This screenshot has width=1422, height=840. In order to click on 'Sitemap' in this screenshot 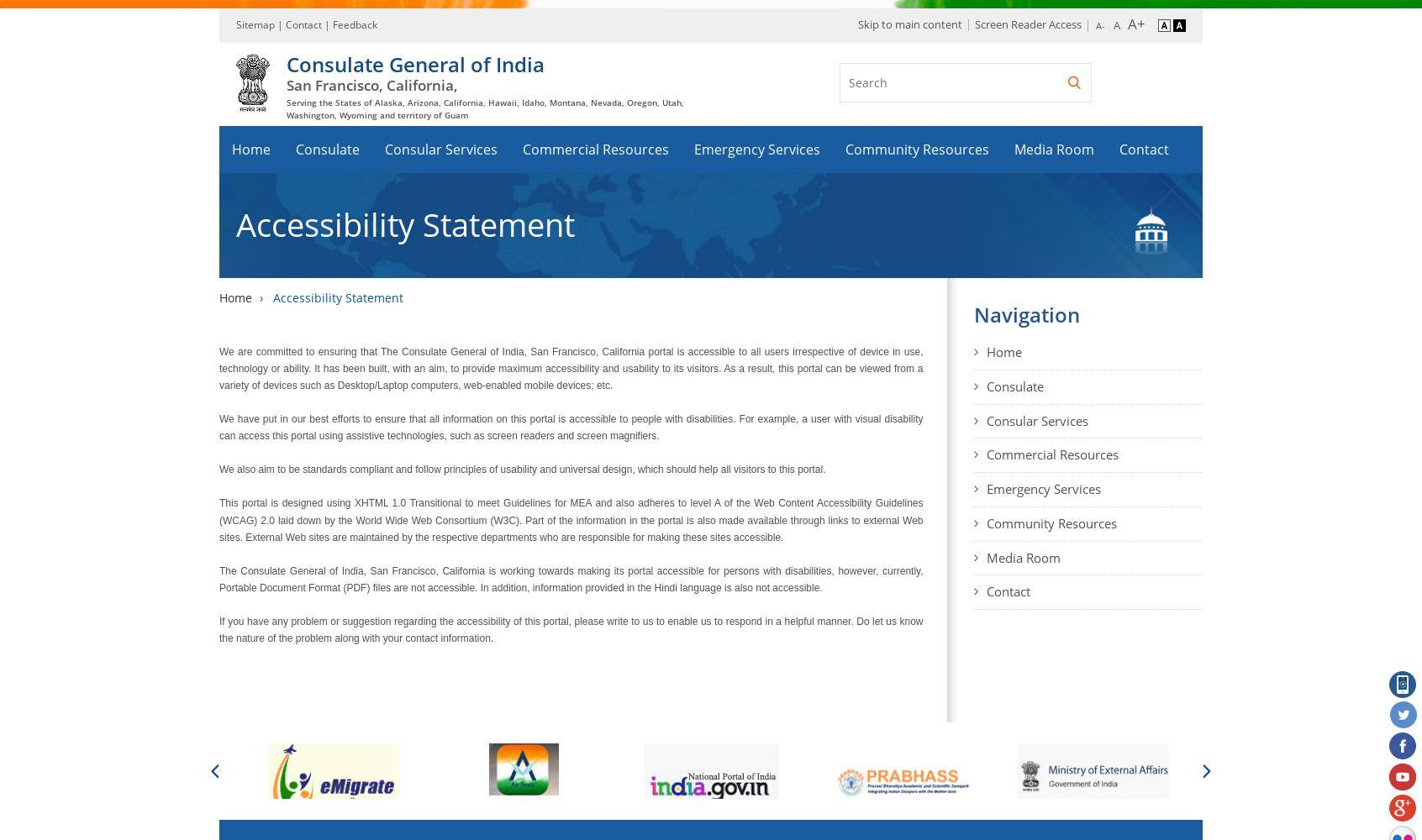, I will do `click(255, 24)`.